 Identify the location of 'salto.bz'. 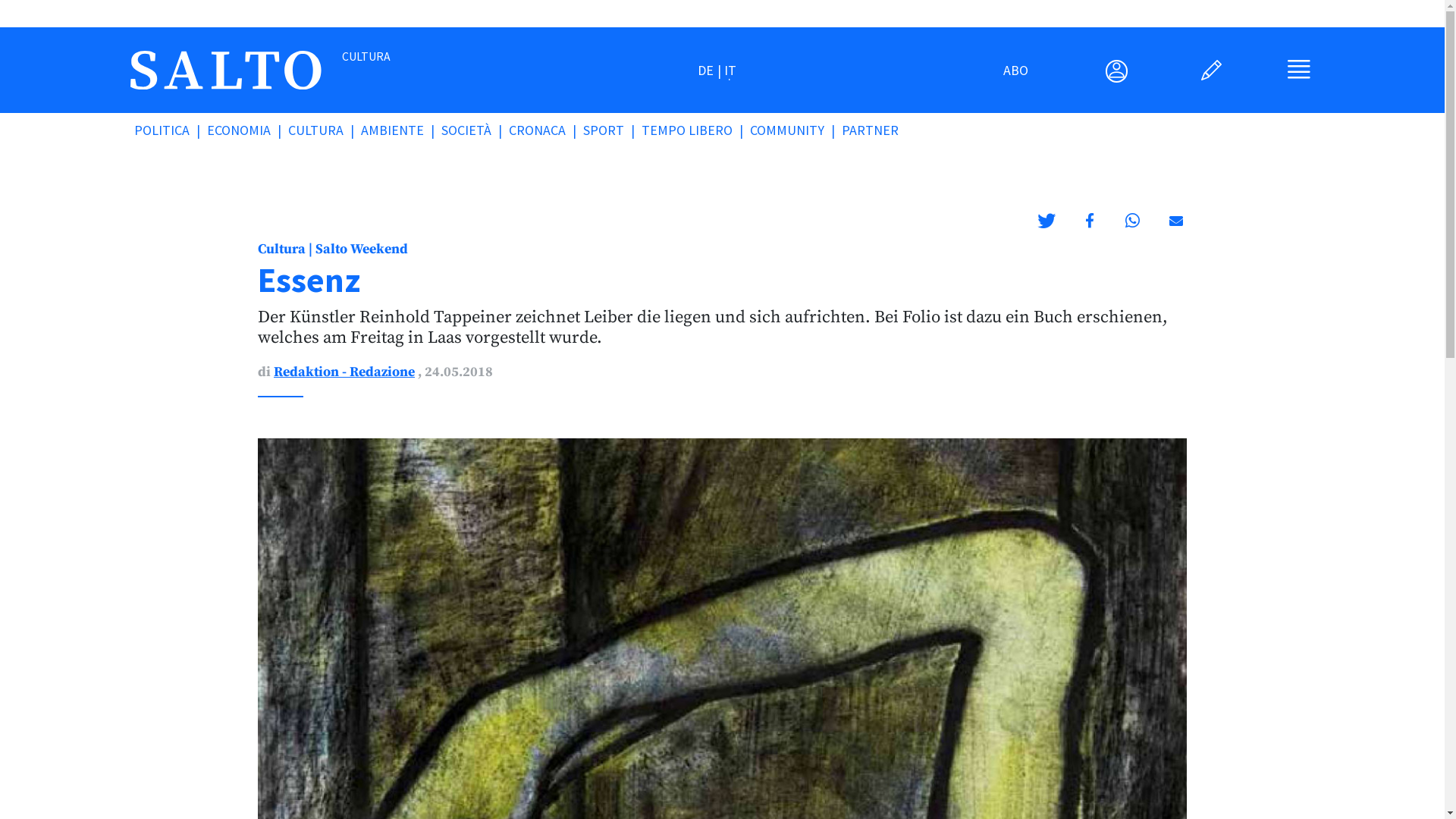
(224, 68).